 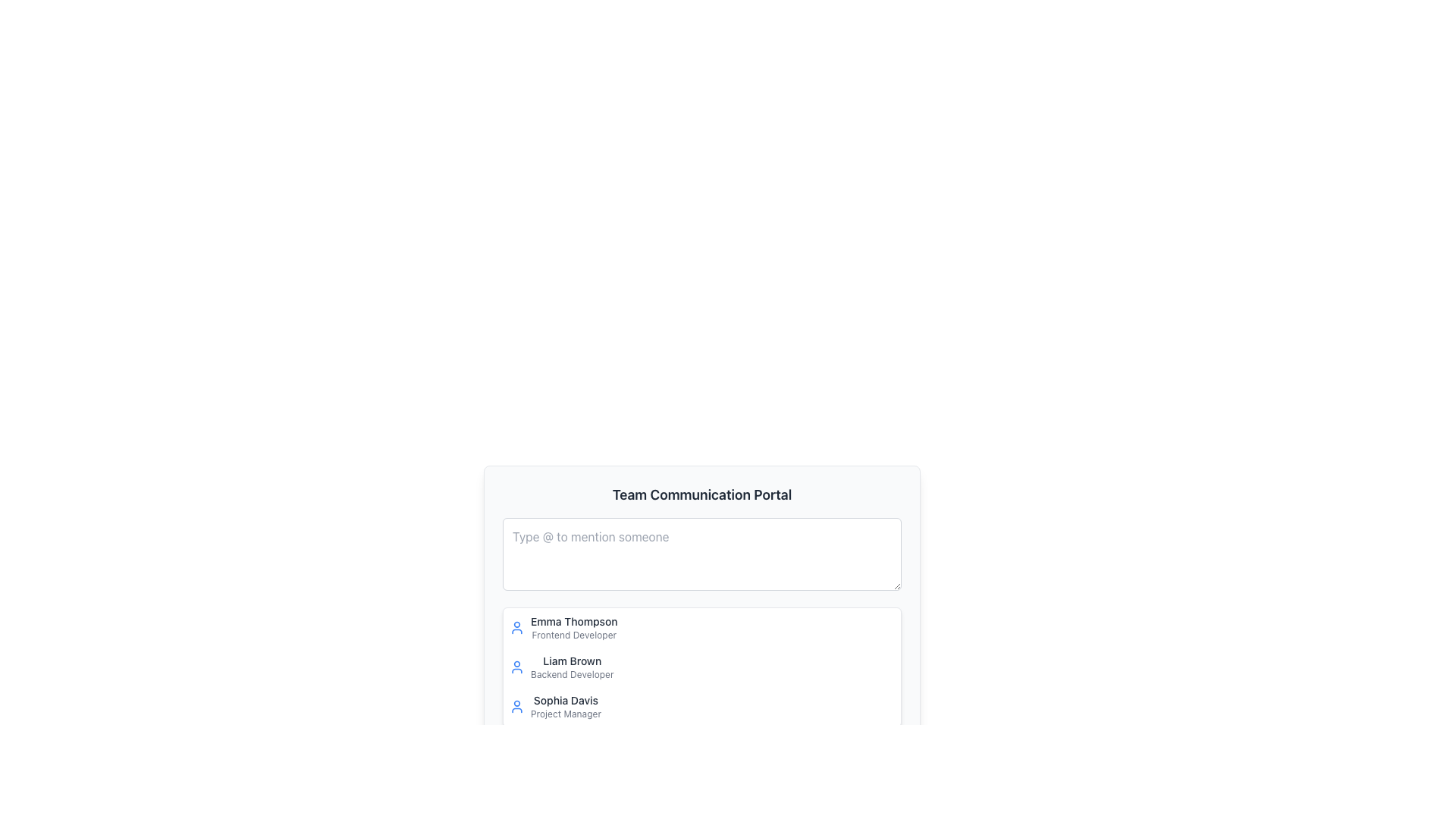 What do you see at coordinates (701, 666) in the screenshot?
I see `the user representation element which is the second item in the list, containing their name and job title` at bounding box center [701, 666].